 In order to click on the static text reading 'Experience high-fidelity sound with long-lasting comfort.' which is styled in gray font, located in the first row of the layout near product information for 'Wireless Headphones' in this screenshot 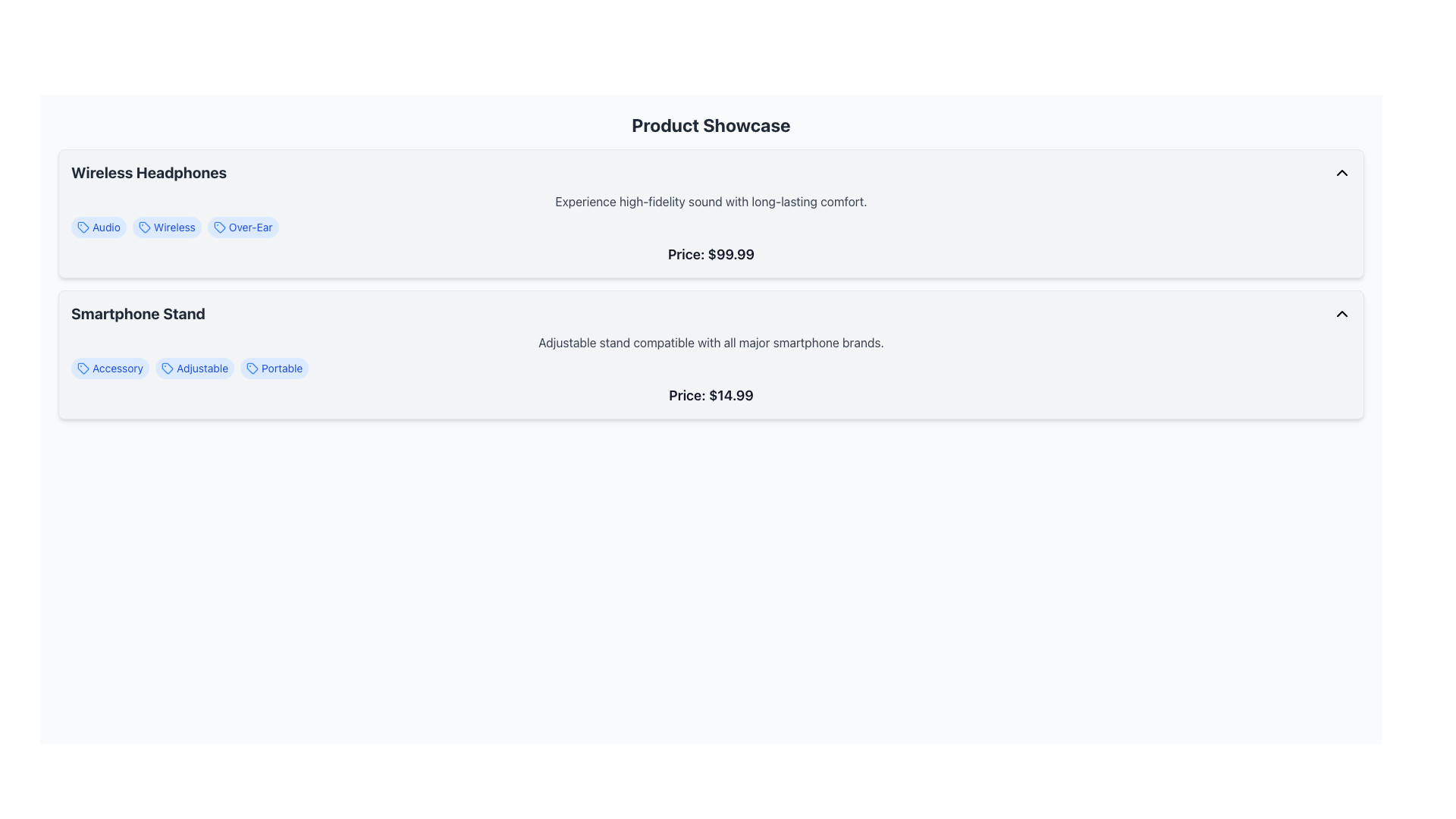, I will do `click(710, 201)`.